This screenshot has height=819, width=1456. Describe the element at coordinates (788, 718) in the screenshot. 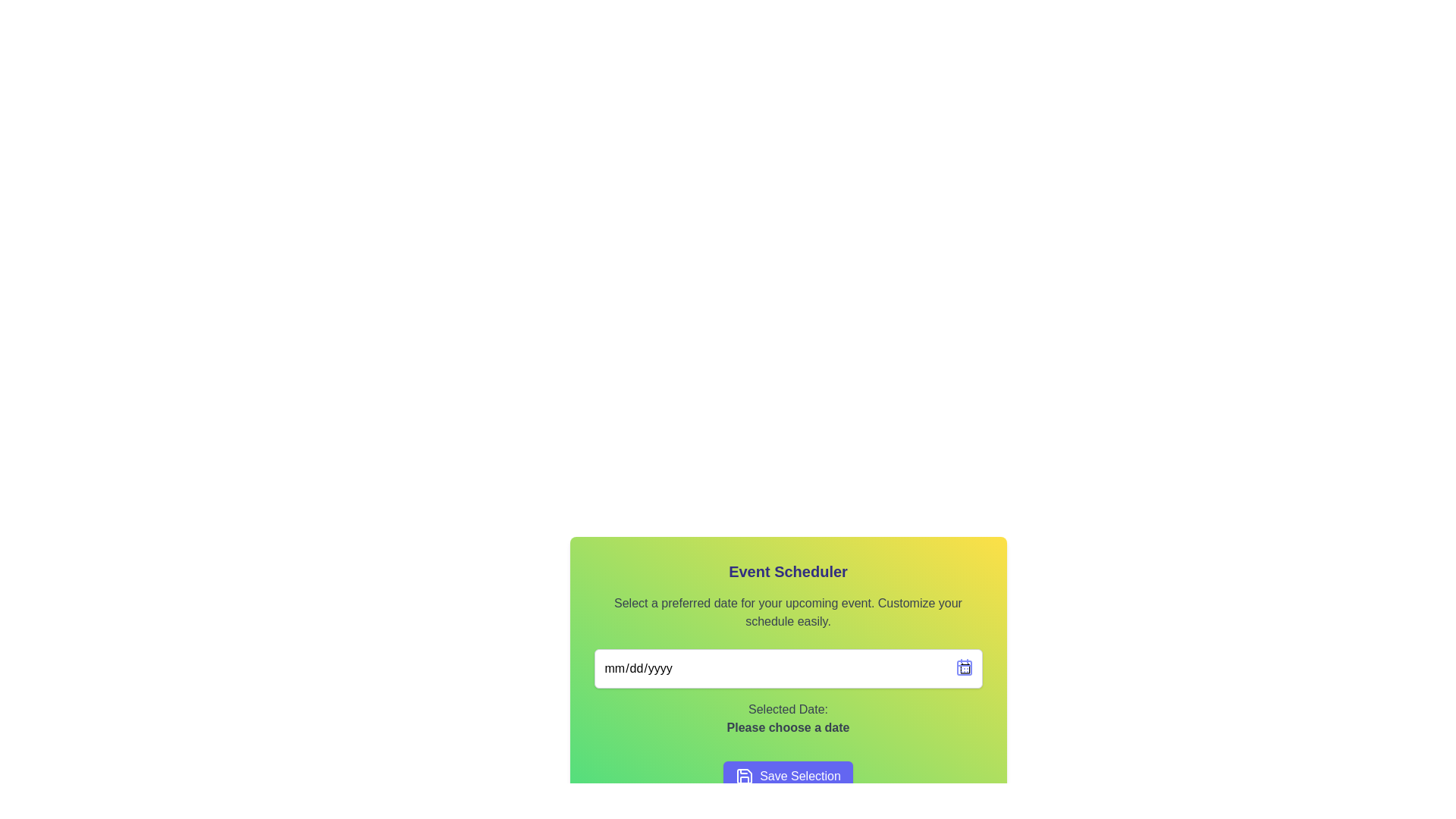

I see `the text display element that shows 'Selected Date:' and 'Please choose a date' in gray font on a gradient background` at that location.